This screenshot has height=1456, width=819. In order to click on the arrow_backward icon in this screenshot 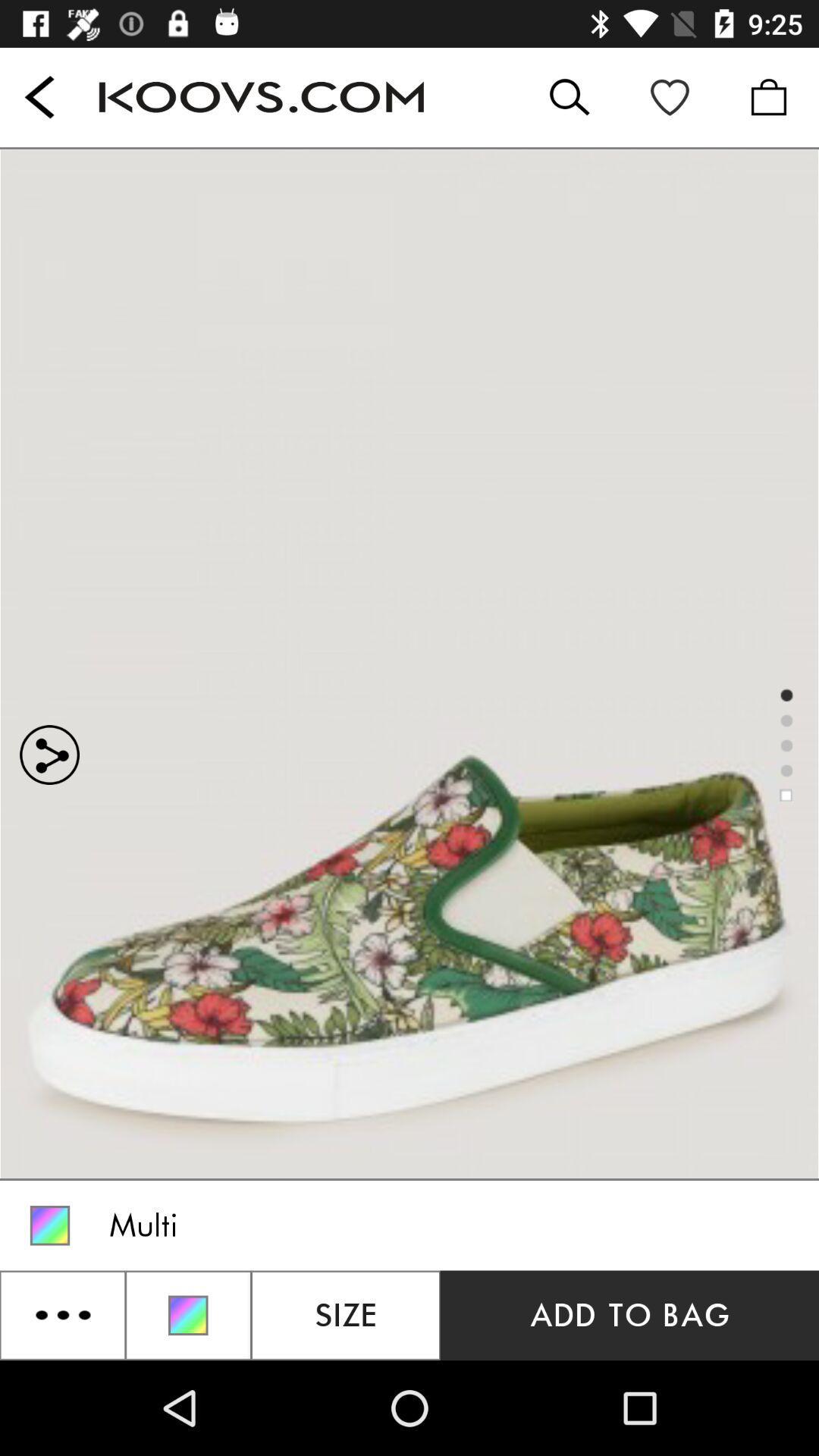, I will do `click(39, 96)`.